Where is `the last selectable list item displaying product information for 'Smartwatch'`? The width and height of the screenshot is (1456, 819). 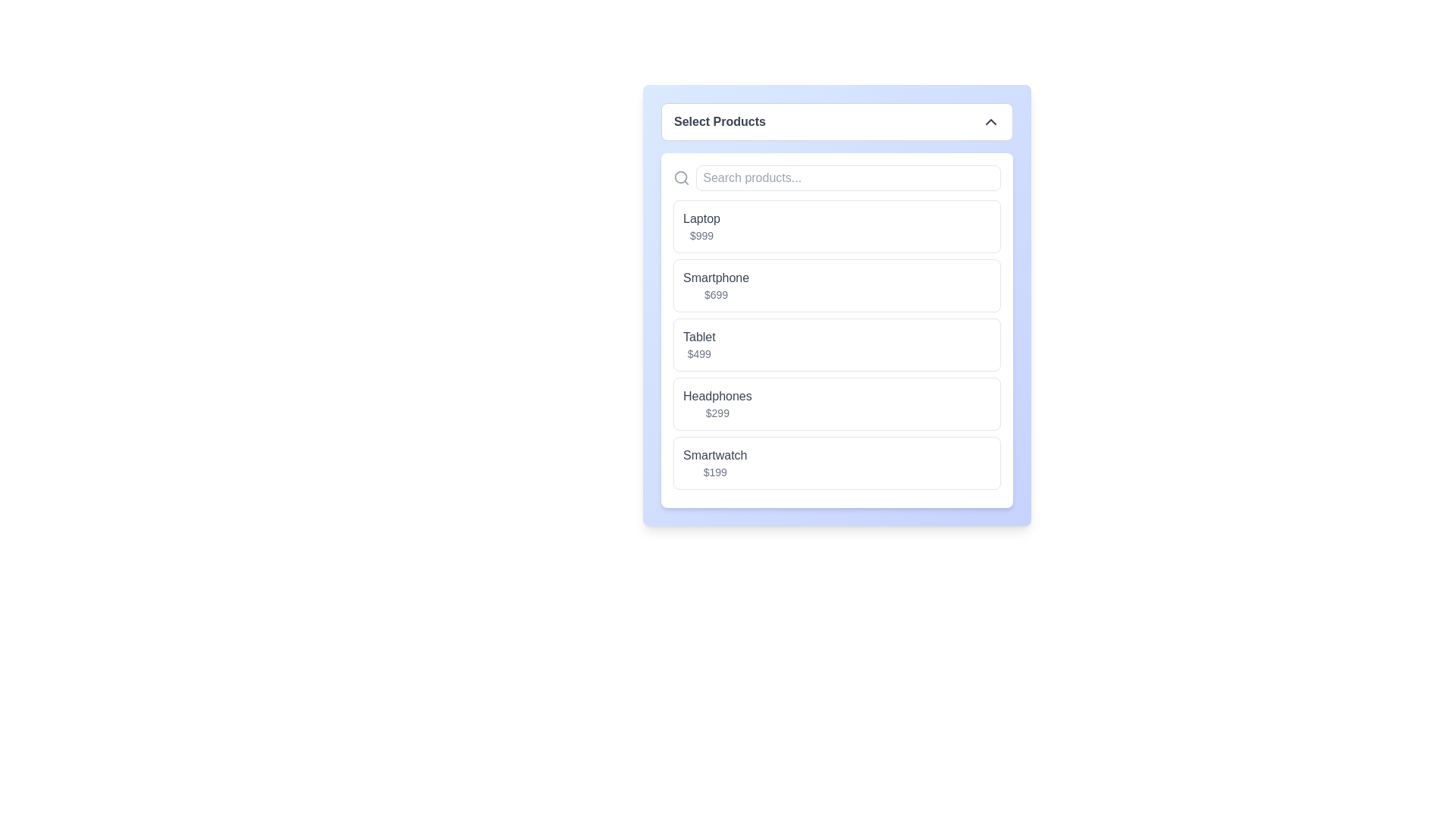
the last selectable list item displaying product information for 'Smartwatch' is located at coordinates (836, 462).